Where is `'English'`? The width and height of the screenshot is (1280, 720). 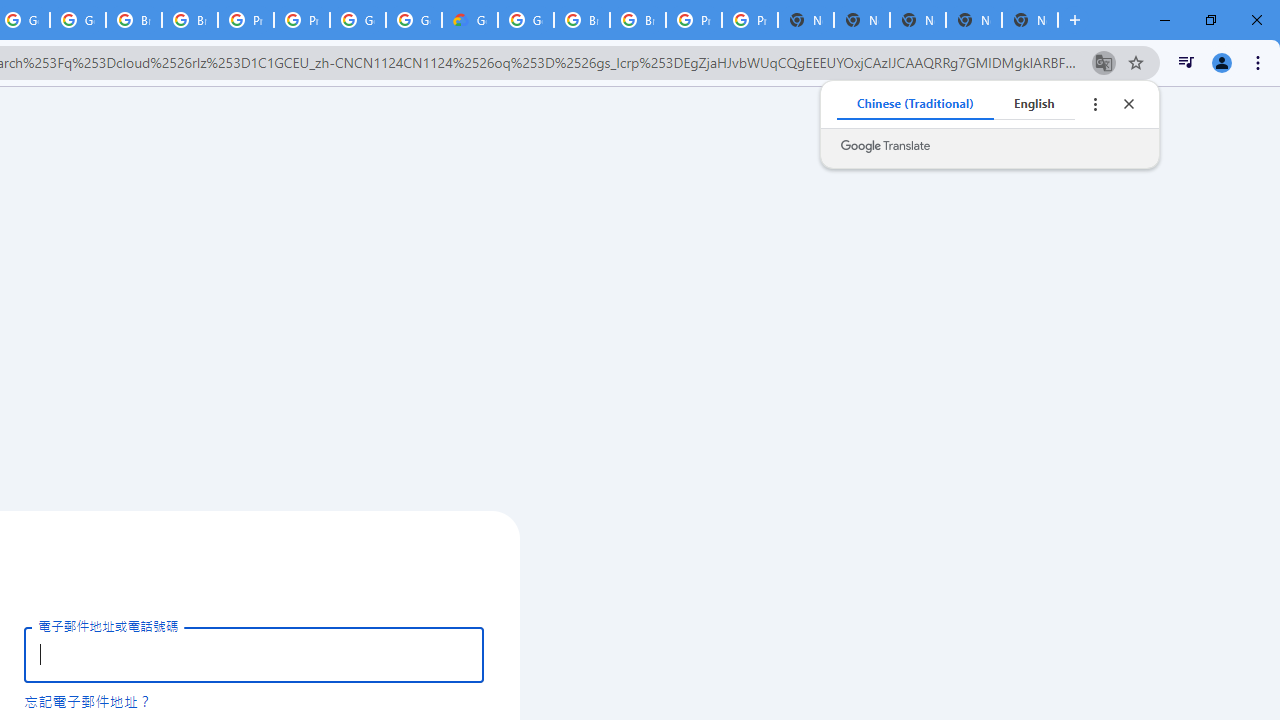 'English' is located at coordinates (1034, 104).